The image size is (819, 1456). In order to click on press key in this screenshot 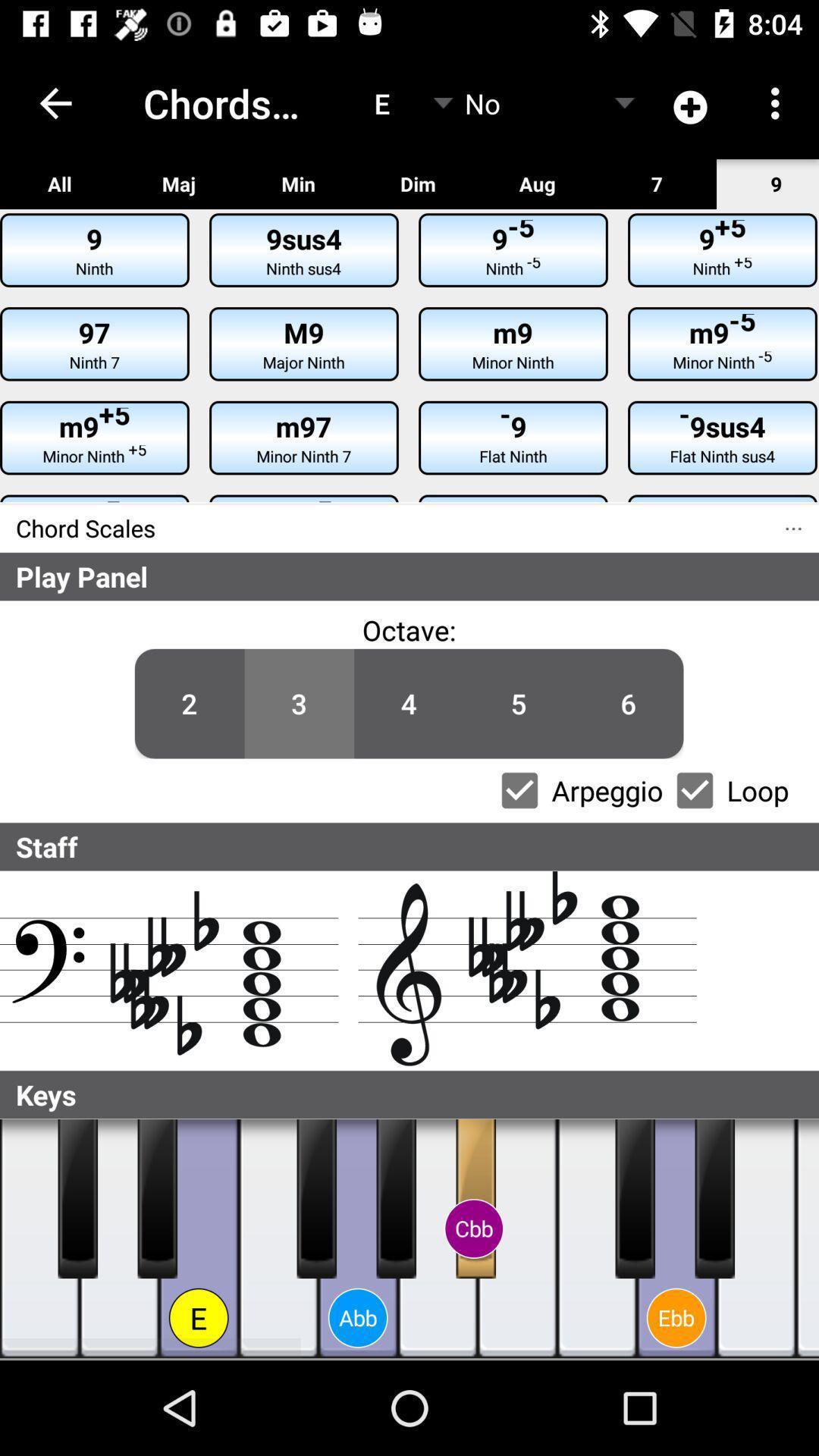, I will do `click(39, 1238)`.